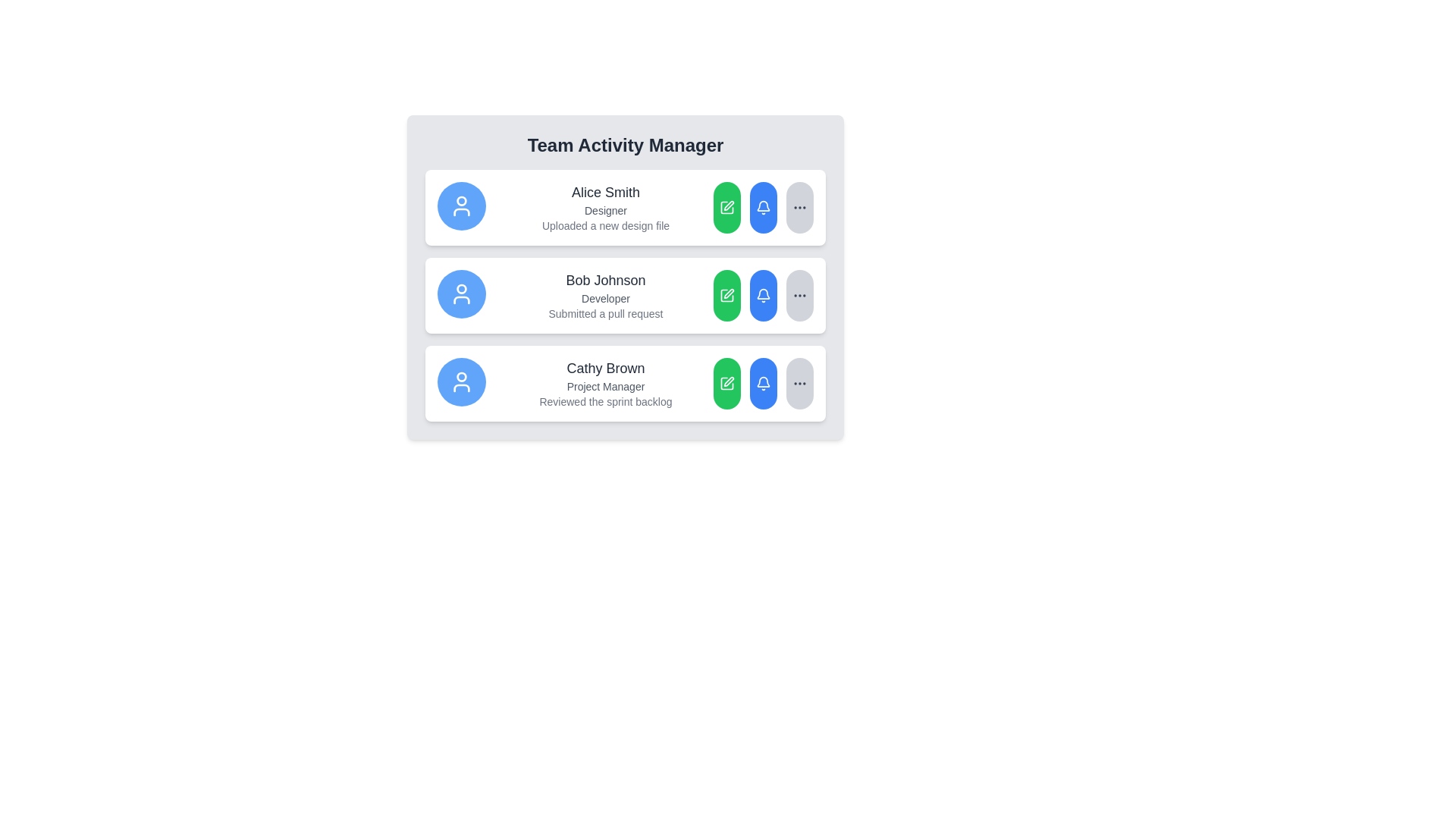 Image resolution: width=1456 pixels, height=819 pixels. Describe the element at coordinates (726, 207) in the screenshot. I see `the editing button associated with user 'Alice Smith'` at that location.